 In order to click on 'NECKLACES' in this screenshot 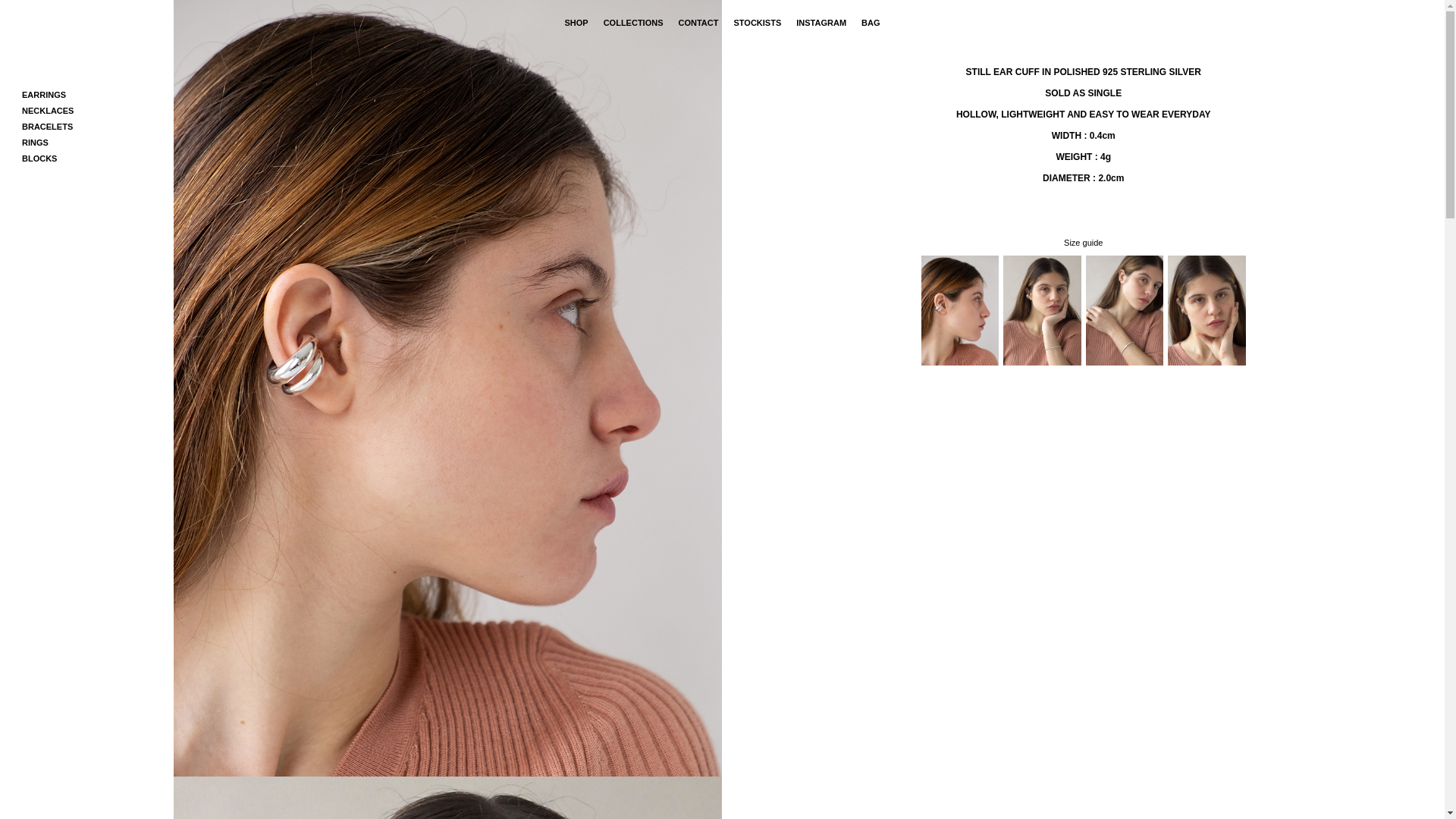, I will do `click(47, 110)`.